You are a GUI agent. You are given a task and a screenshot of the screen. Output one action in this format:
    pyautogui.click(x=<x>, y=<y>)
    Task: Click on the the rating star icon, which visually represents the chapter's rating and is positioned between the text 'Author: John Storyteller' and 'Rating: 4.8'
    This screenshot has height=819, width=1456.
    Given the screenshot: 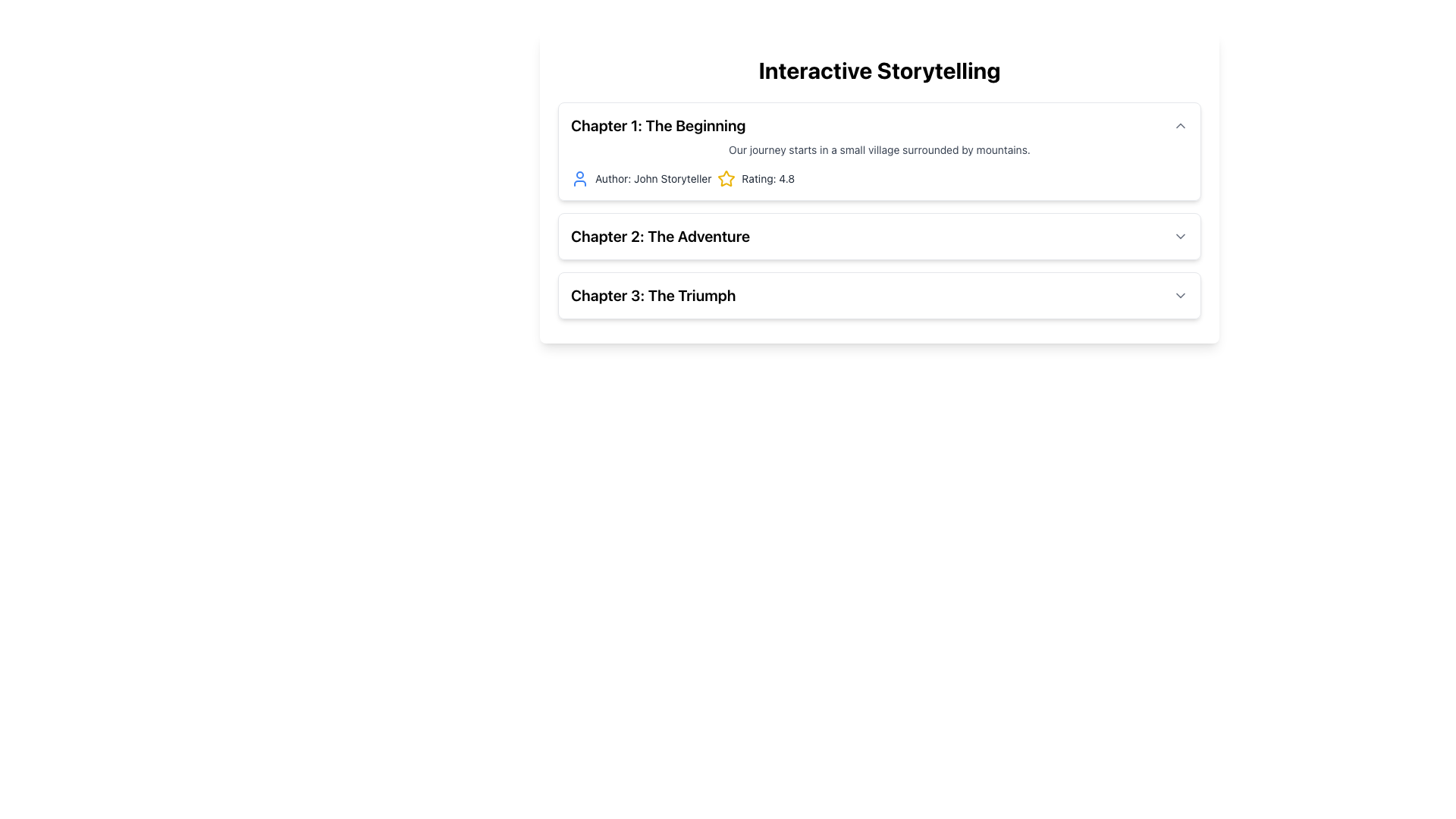 What is the action you would take?
    pyautogui.click(x=726, y=177)
    